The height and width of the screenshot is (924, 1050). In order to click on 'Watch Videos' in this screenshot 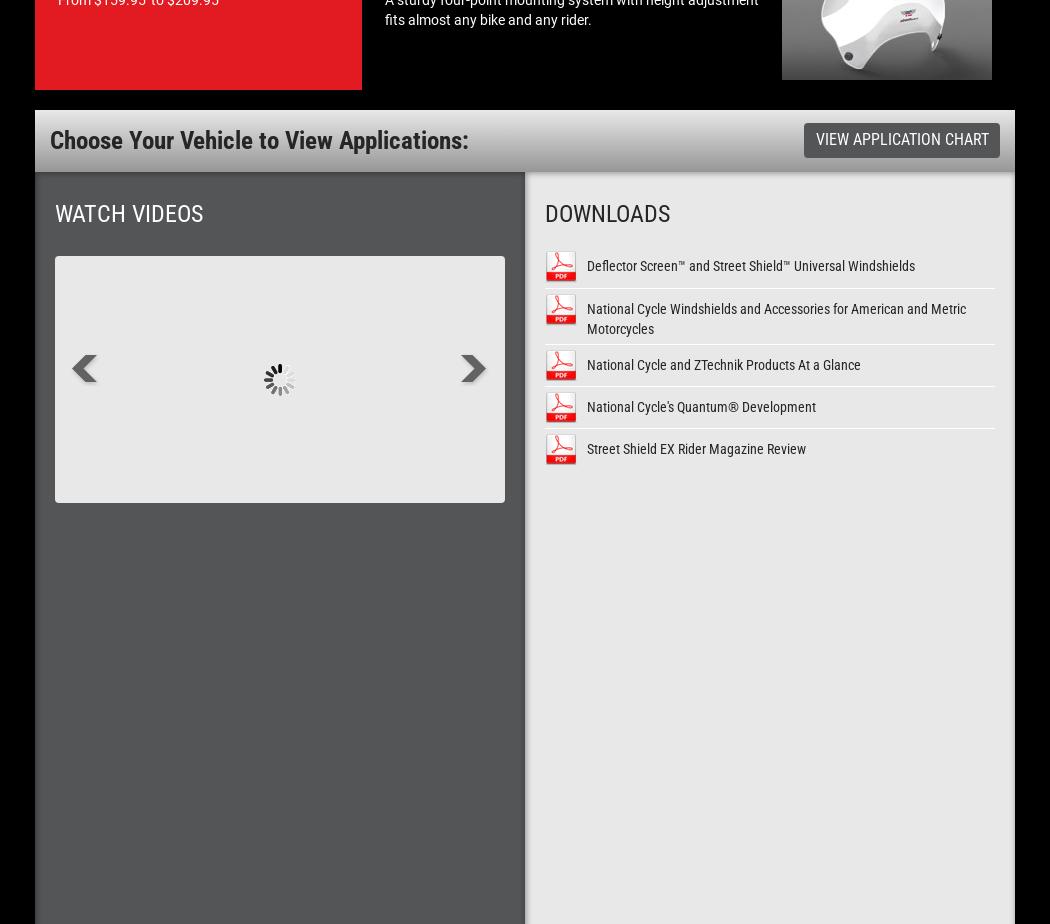, I will do `click(128, 212)`.